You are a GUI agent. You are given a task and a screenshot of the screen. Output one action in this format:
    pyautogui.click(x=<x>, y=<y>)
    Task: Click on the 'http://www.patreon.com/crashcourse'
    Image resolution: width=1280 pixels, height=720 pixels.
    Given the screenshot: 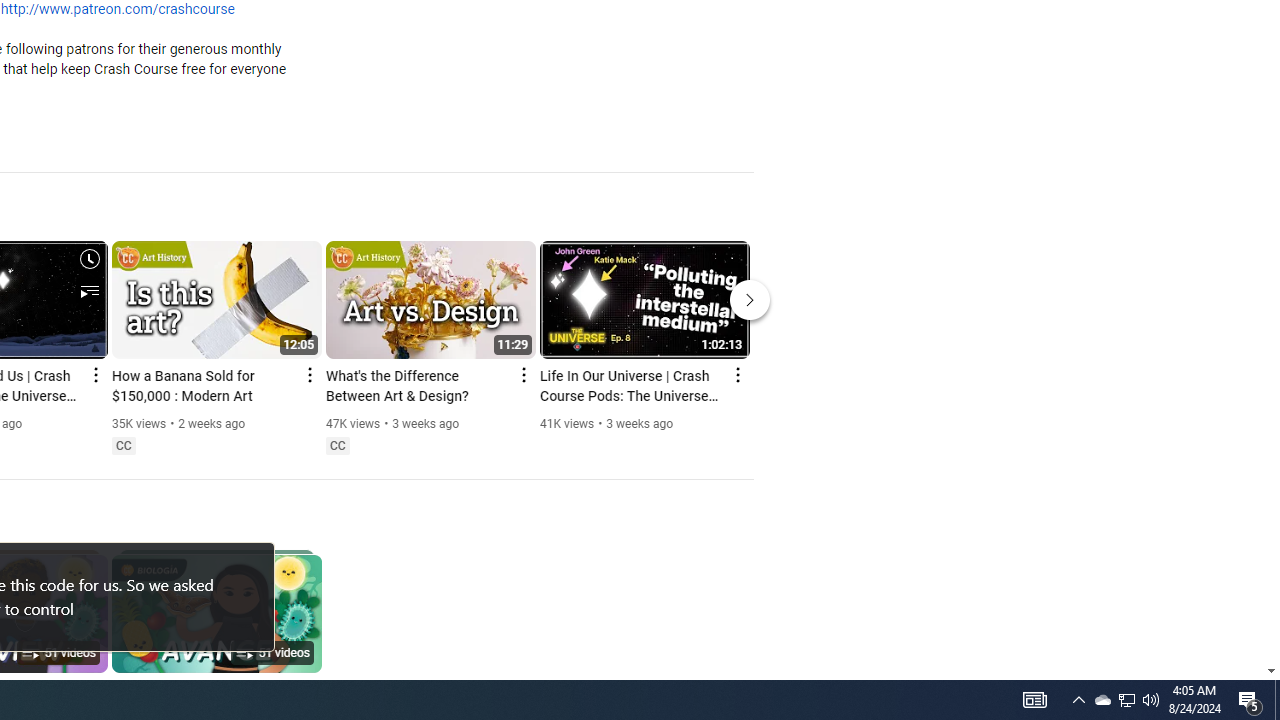 What is the action you would take?
    pyautogui.click(x=116, y=10)
    